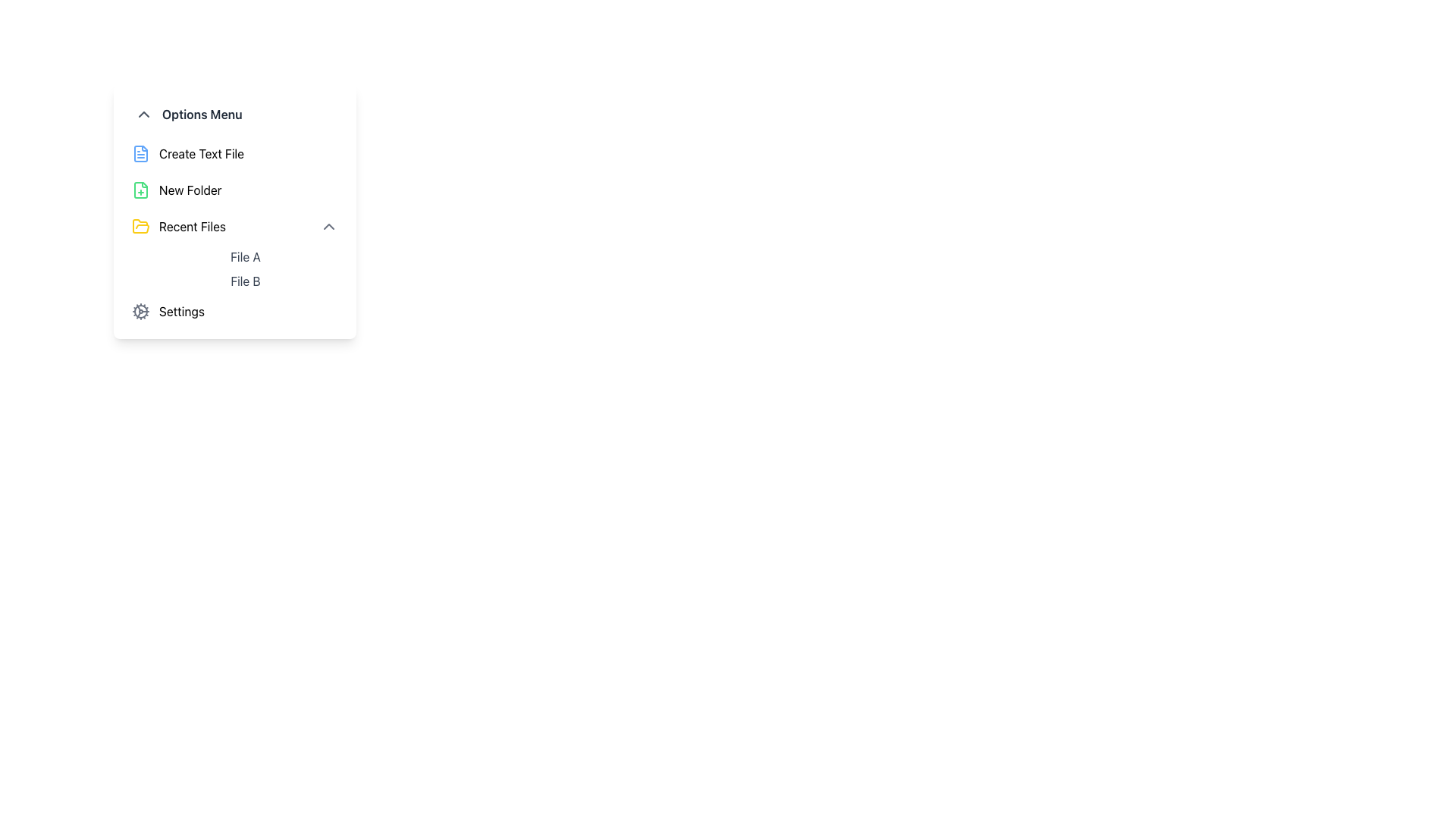  I want to click on the 'Create New Folder' button located in the second position of the menu panel, so click(234, 189).